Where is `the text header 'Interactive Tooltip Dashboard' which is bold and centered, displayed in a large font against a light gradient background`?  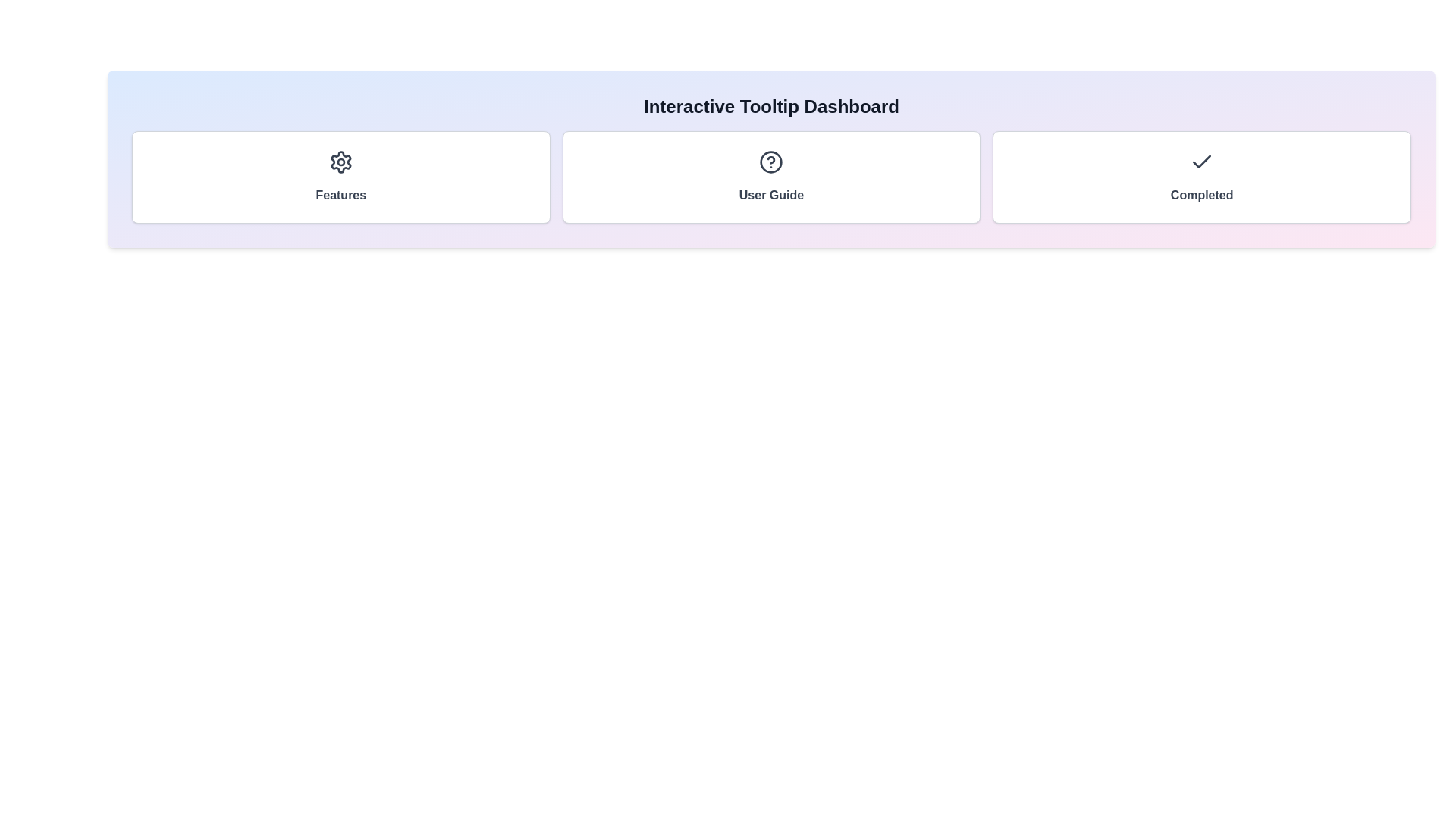 the text header 'Interactive Tooltip Dashboard' which is bold and centered, displayed in a large font against a light gradient background is located at coordinates (771, 106).